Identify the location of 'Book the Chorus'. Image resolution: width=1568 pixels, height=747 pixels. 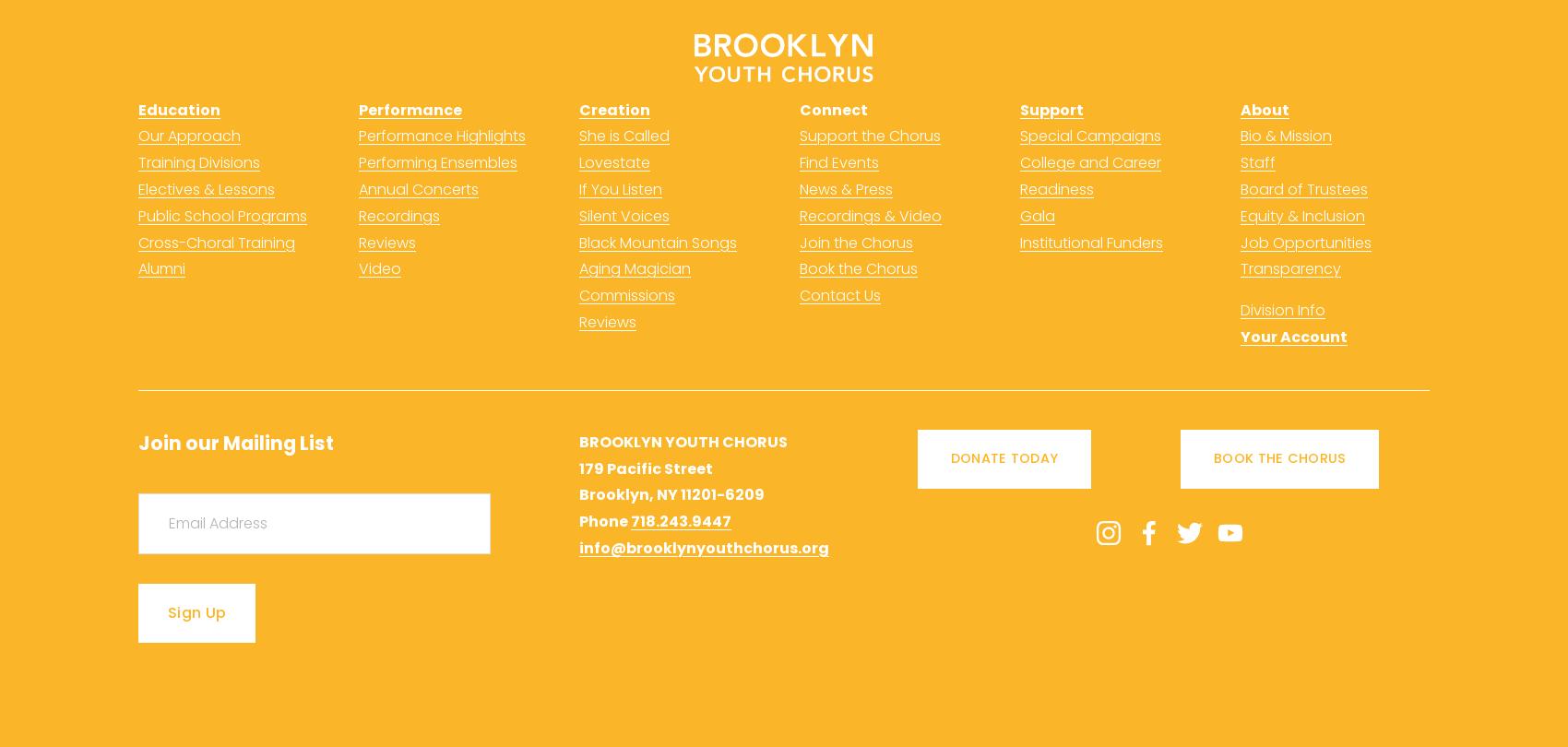
(858, 267).